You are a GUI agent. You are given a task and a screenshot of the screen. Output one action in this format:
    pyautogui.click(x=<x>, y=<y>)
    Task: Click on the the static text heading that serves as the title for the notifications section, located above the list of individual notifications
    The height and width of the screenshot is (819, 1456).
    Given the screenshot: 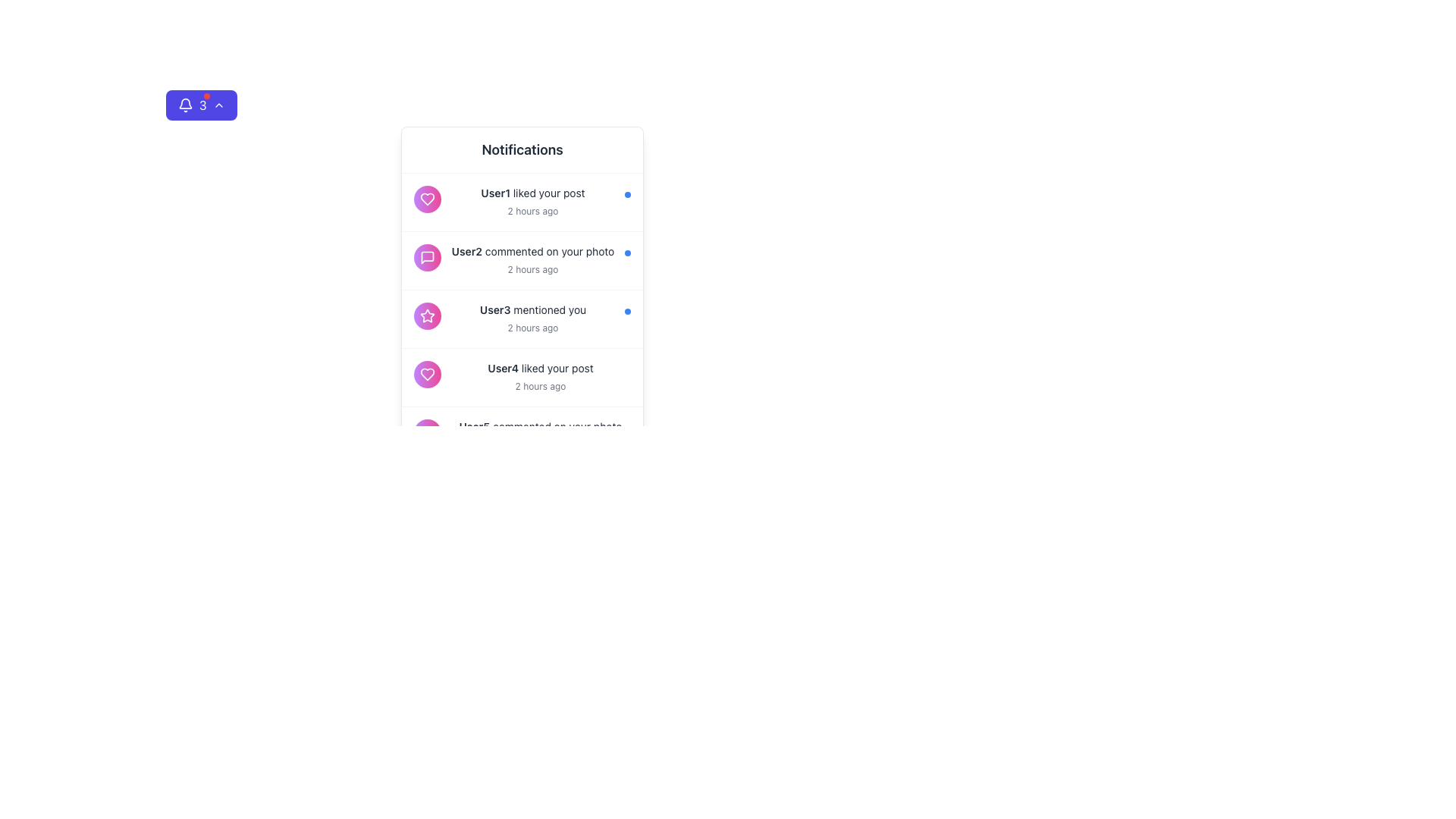 What is the action you would take?
    pyautogui.click(x=522, y=149)
    